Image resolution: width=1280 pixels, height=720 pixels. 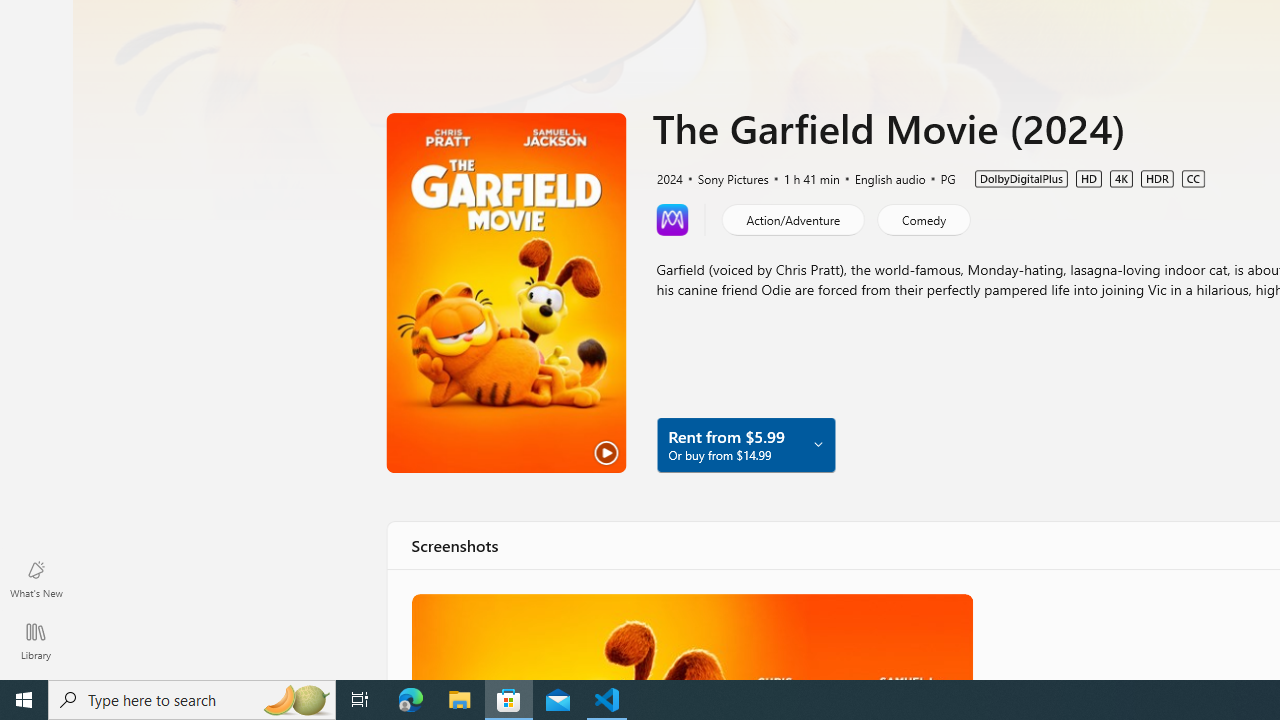 What do you see at coordinates (880, 177) in the screenshot?
I see `'English audio'` at bounding box center [880, 177].